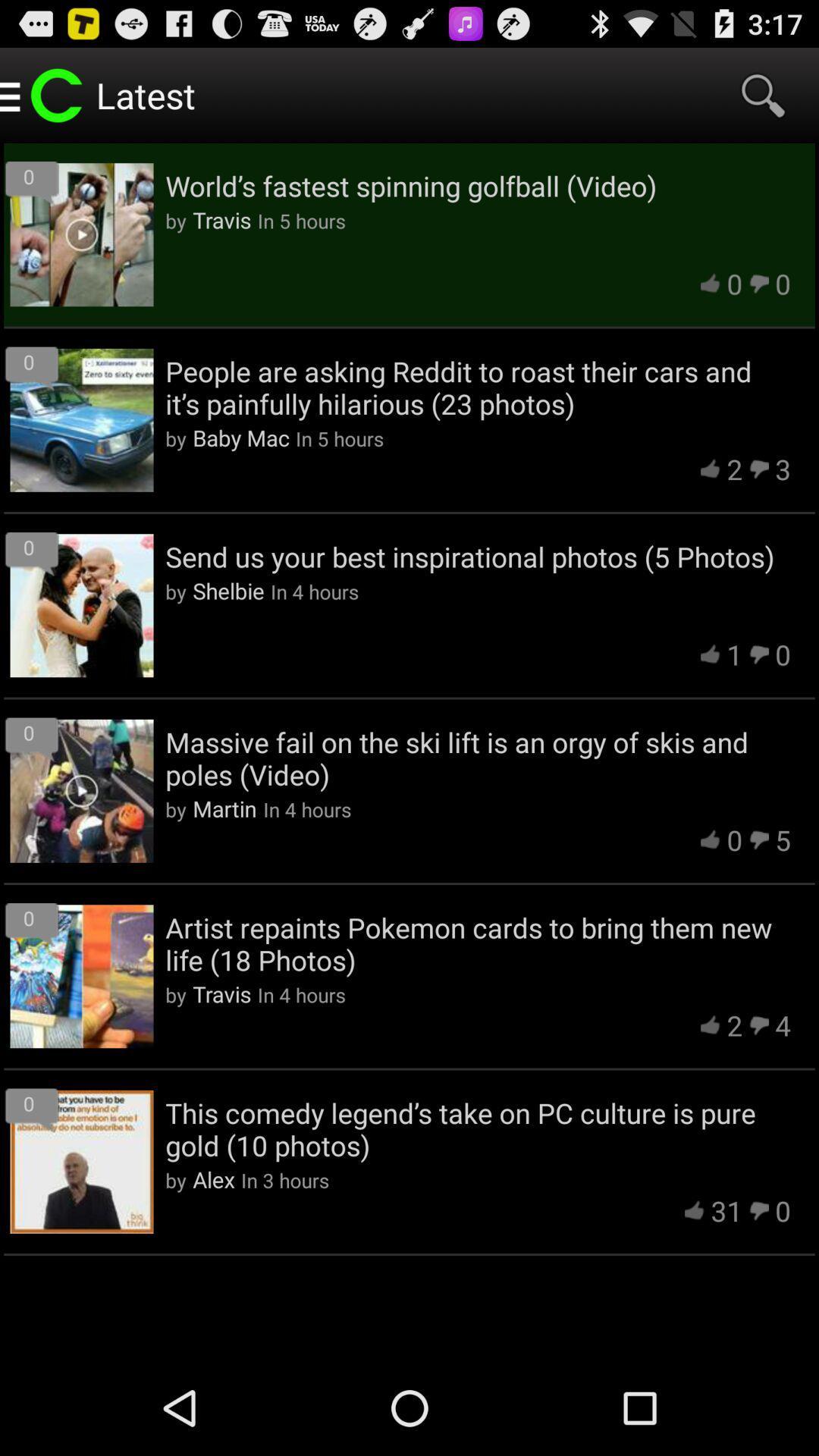  What do you see at coordinates (478, 943) in the screenshot?
I see `app above the travis app` at bounding box center [478, 943].